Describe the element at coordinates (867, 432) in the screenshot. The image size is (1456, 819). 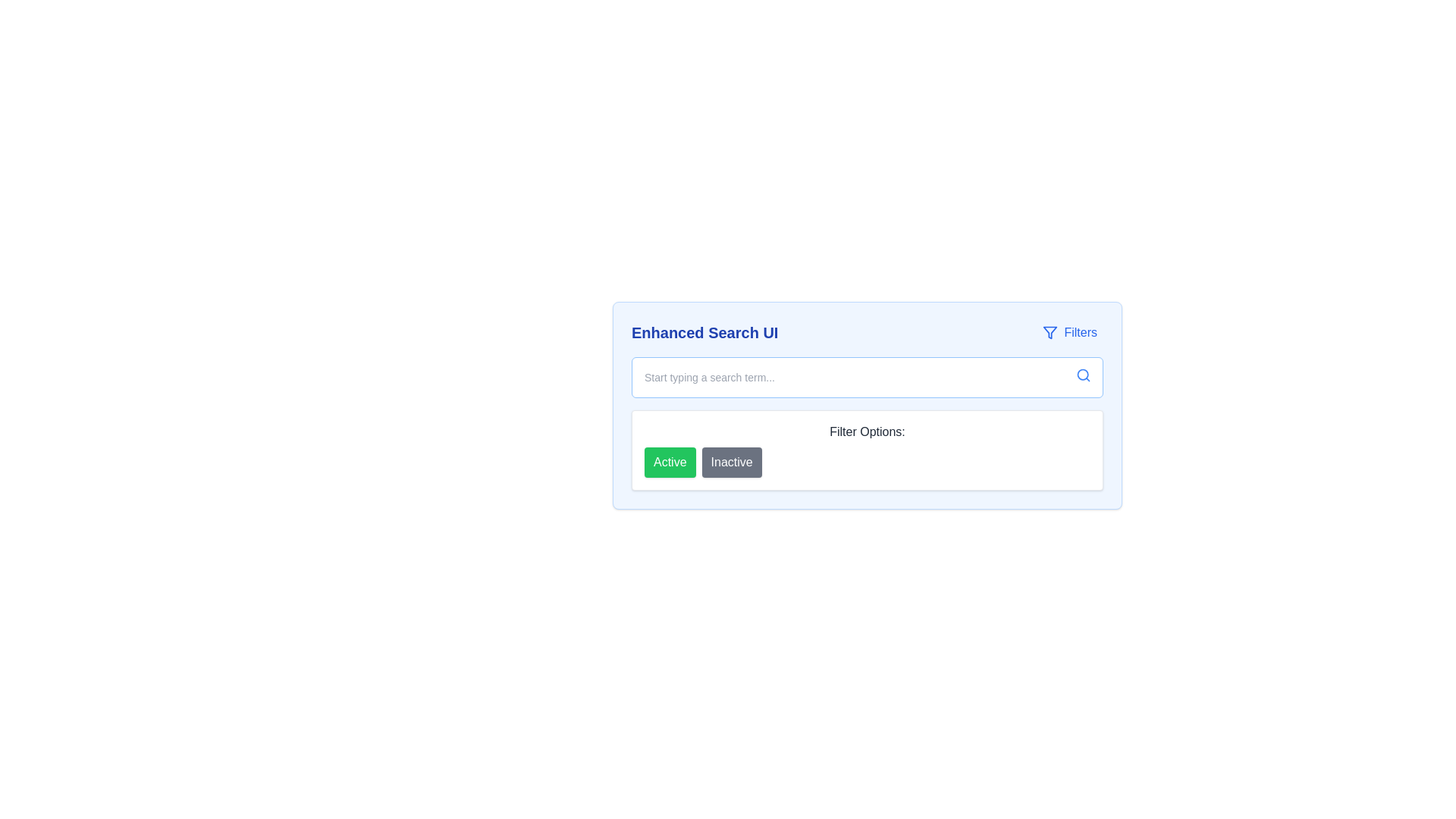
I see `the text label that serves as a heading for the filter options section, which is centrally aligned above the 'Active' and 'Inactive' buttons` at that location.